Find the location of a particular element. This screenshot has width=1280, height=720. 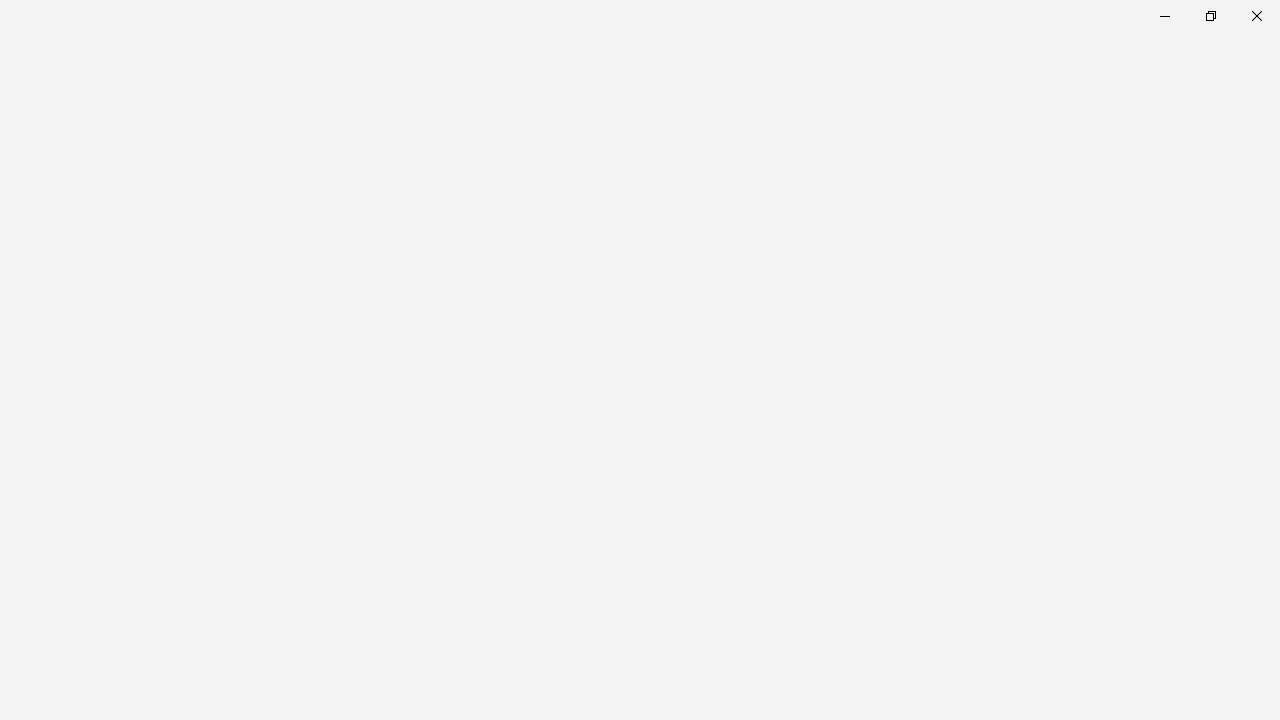

'Minimize Calculator' is located at coordinates (1164, 15).